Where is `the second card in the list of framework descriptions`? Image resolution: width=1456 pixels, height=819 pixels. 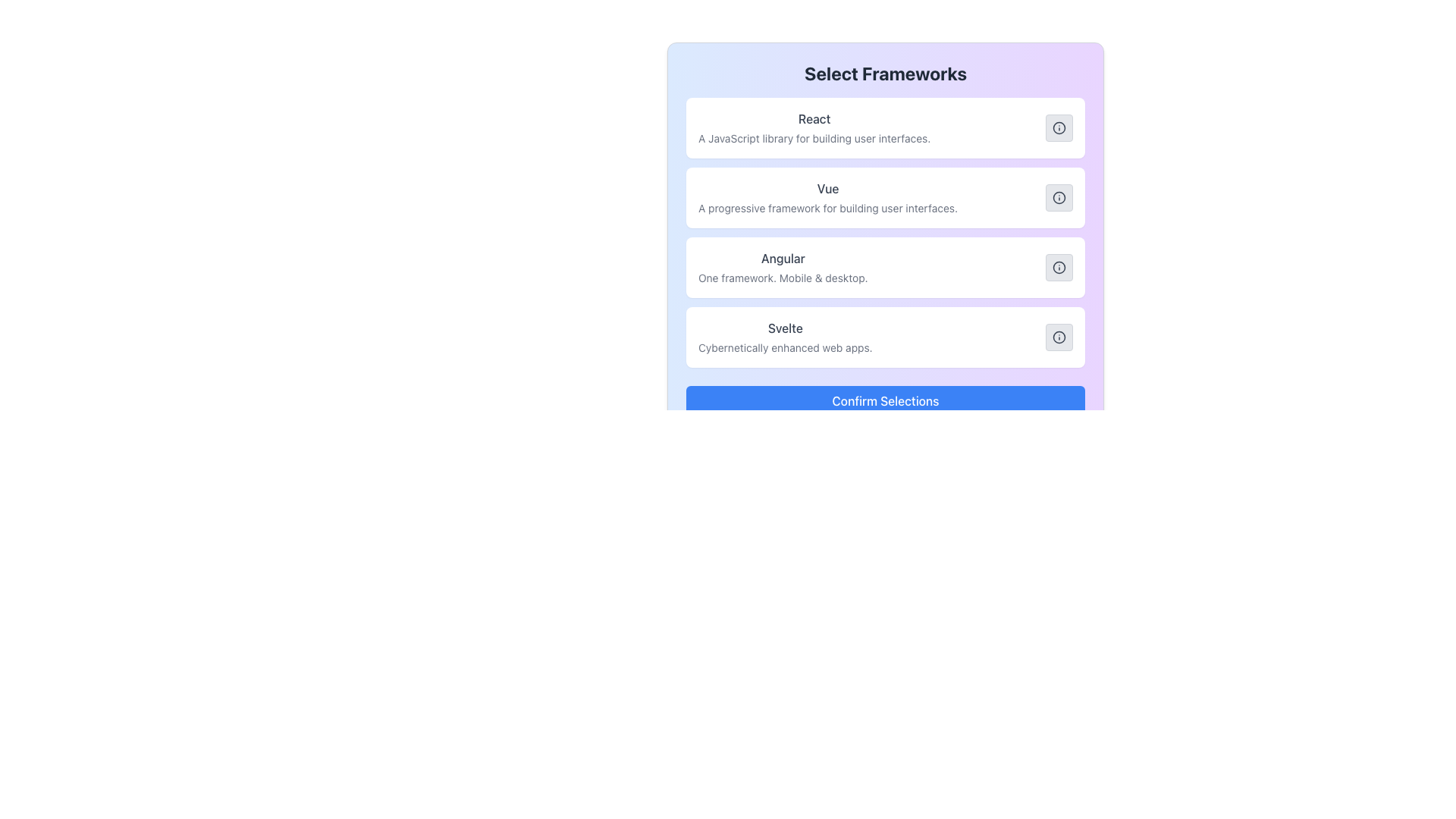
the second card in the list of framework descriptions is located at coordinates (885, 197).